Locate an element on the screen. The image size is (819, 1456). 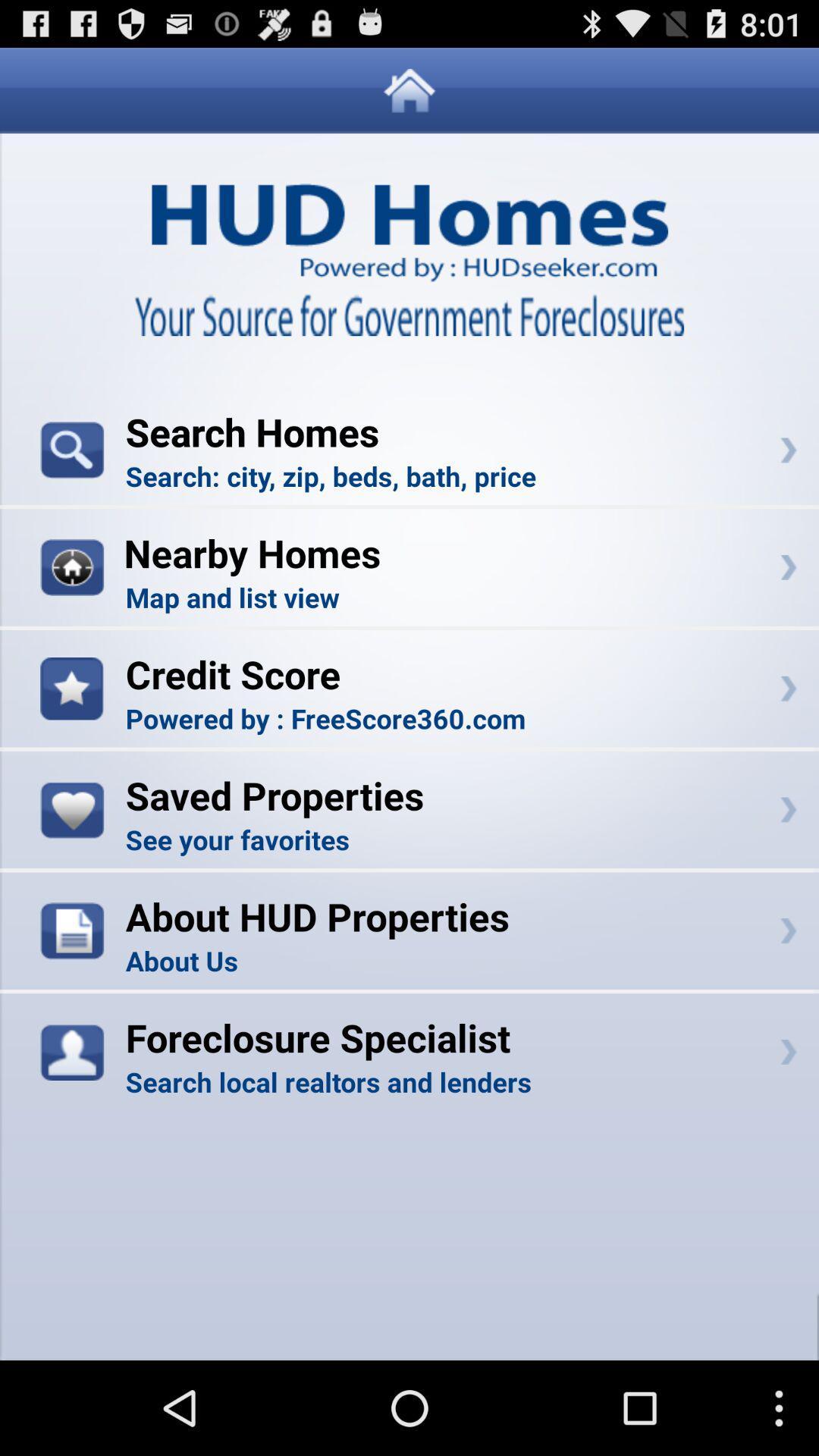
the image which is beside about hud properties is located at coordinates (72, 930).